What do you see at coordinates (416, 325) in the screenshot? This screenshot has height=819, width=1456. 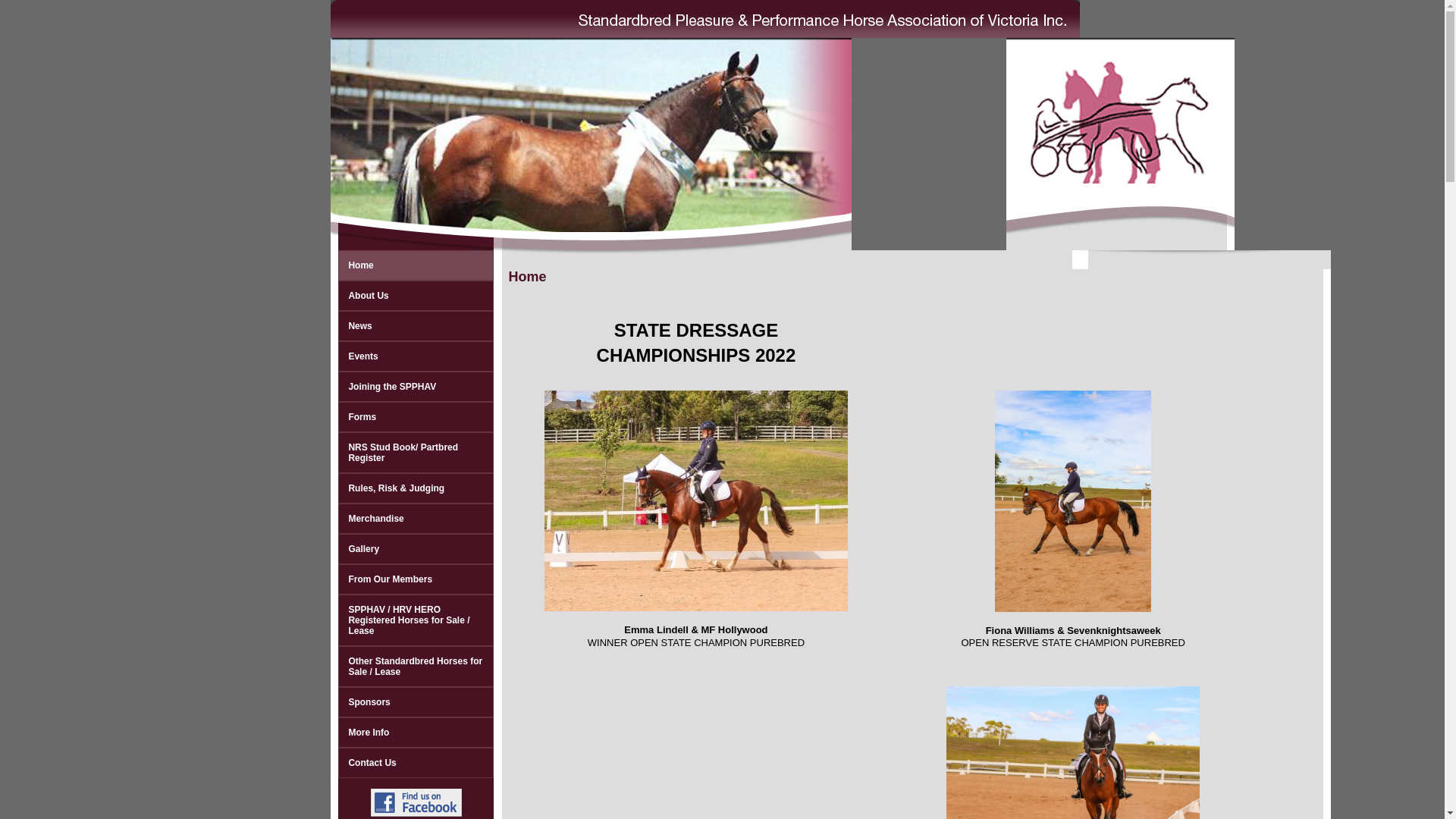 I see `'News'` at bounding box center [416, 325].